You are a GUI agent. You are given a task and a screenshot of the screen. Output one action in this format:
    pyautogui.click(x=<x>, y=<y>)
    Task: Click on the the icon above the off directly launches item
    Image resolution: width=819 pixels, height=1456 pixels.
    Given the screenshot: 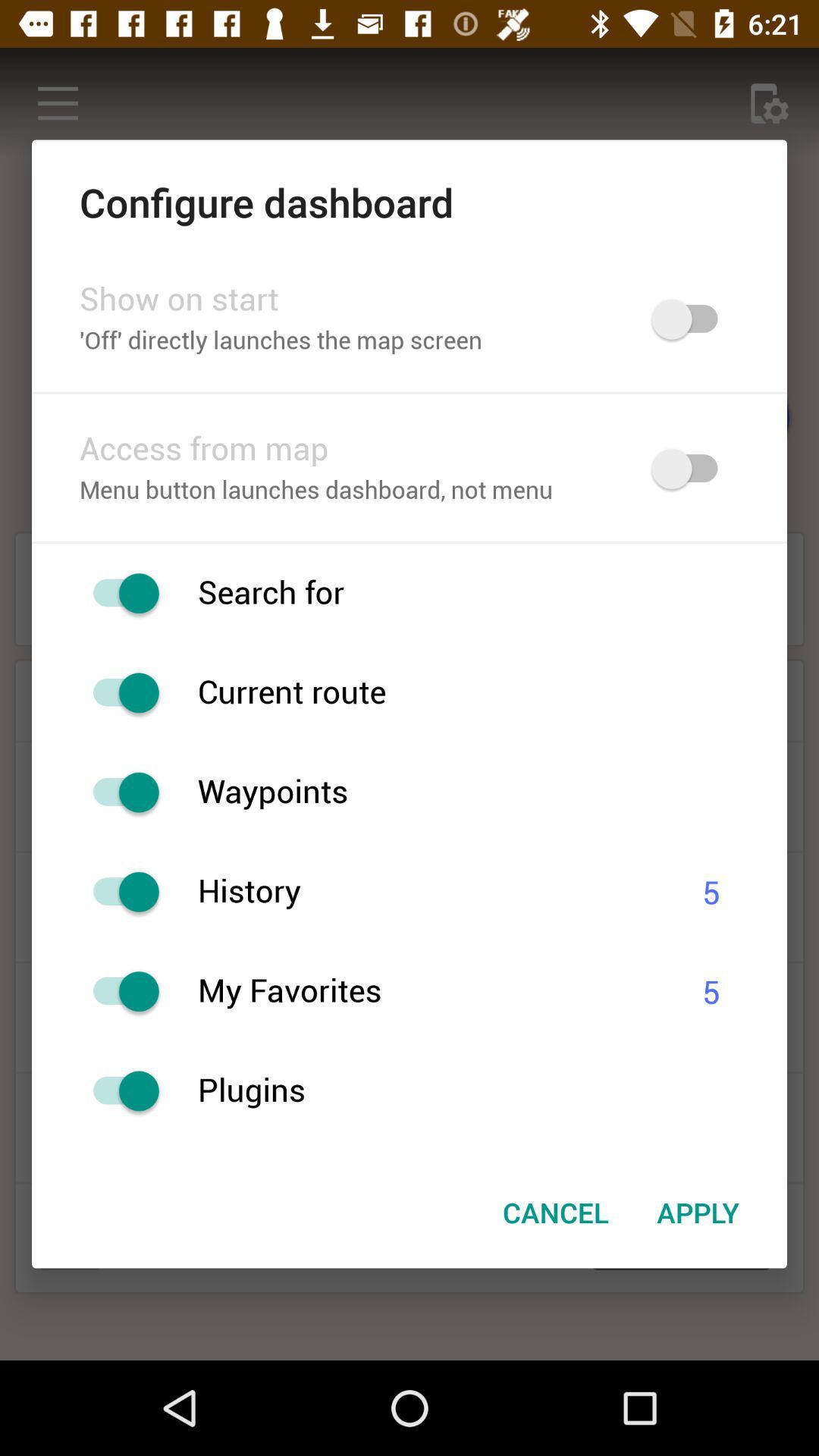 What is the action you would take?
    pyautogui.click(x=346, y=300)
    